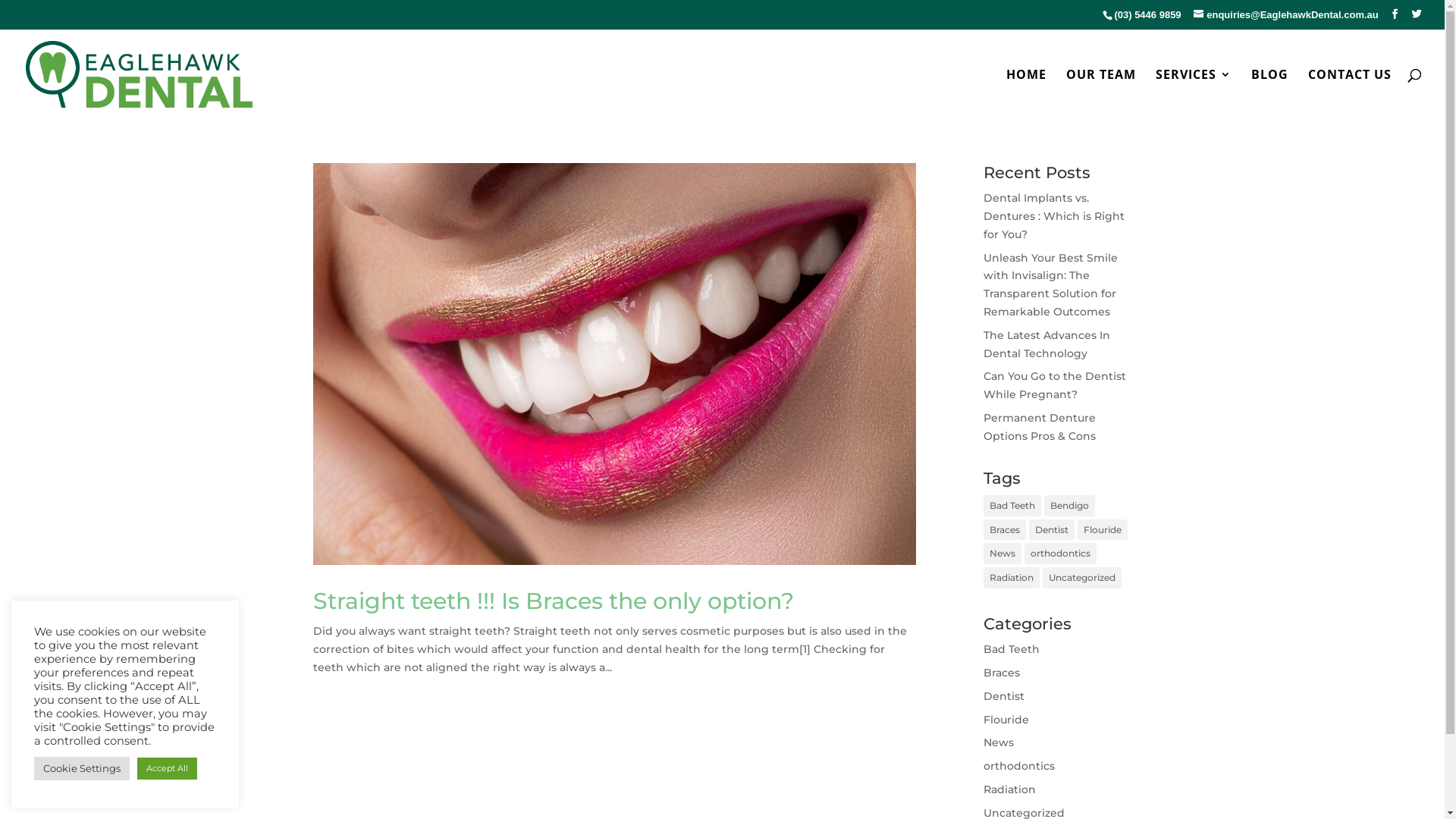 This screenshot has height=819, width=1456. Describe the element at coordinates (1012, 506) in the screenshot. I see `'Bad Teeth'` at that location.